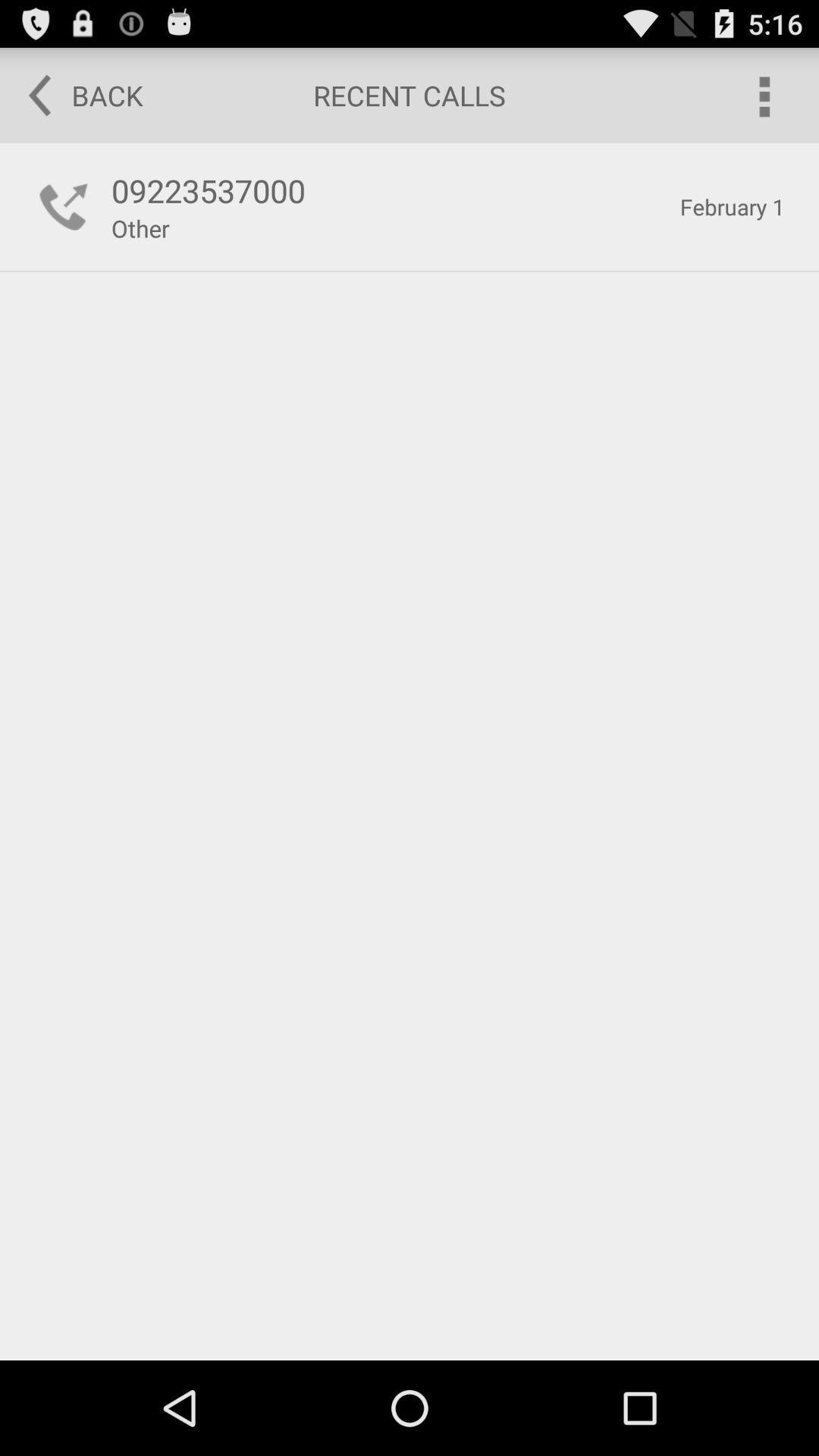  What do you see at coordinates (763, 94) in the screenshot?
I see `options menu` at bounding box center [763, 94].